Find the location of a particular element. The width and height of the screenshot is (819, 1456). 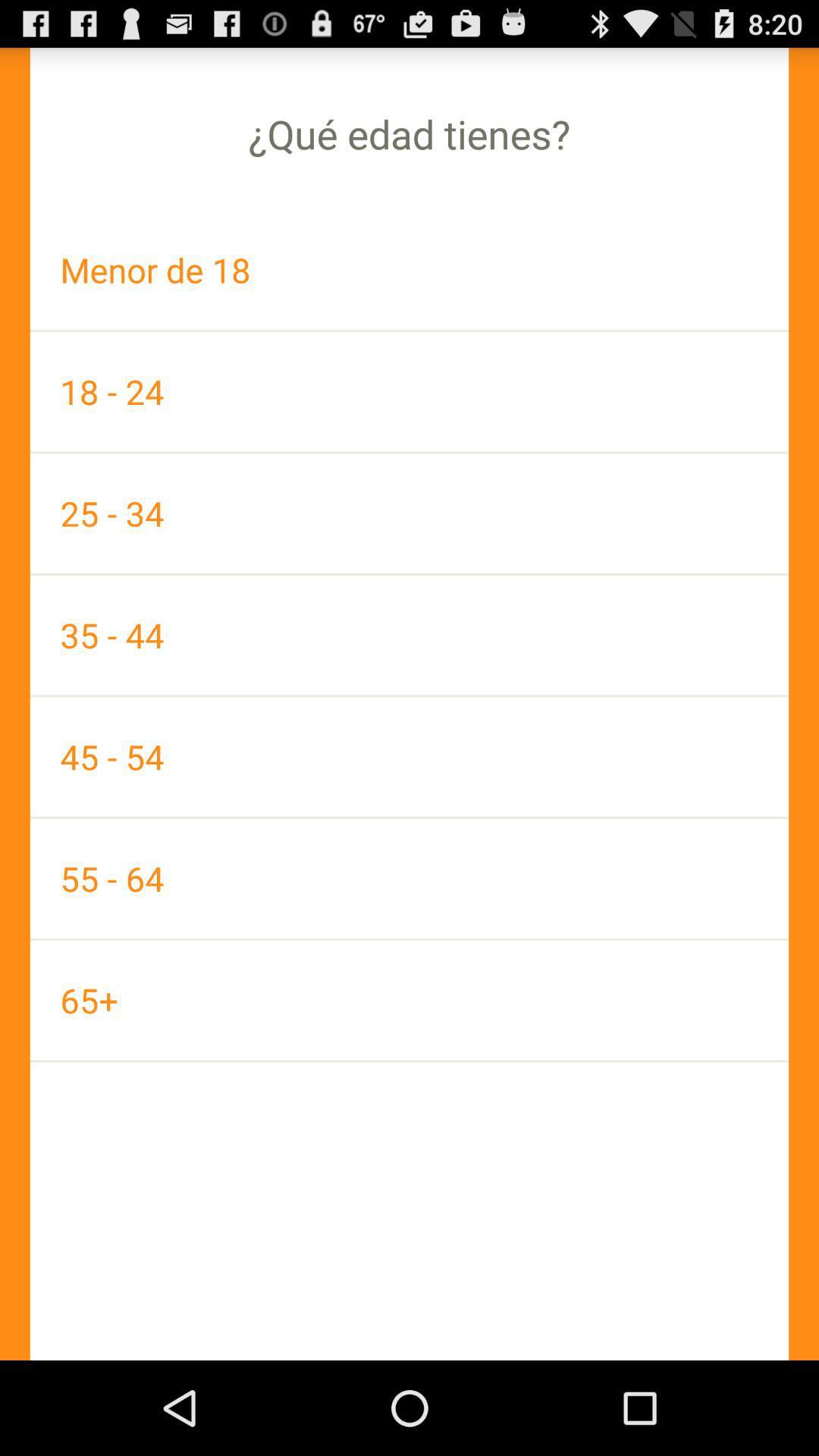

app below the 25 - 34 item is located at coordinates (409, 635).